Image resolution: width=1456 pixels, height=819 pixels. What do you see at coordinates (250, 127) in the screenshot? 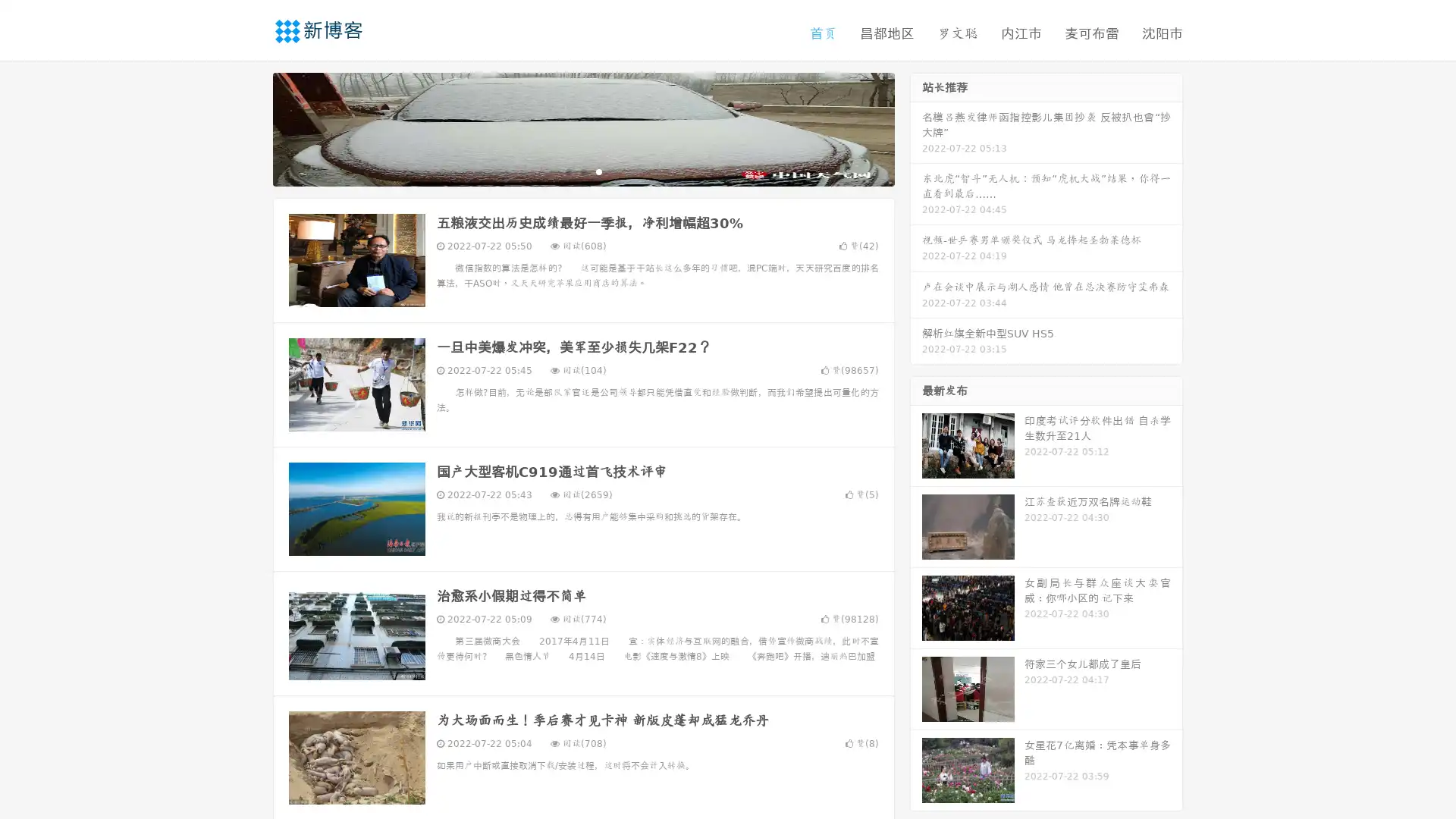
I see `Previous slide` at bounding box center [250, 127].